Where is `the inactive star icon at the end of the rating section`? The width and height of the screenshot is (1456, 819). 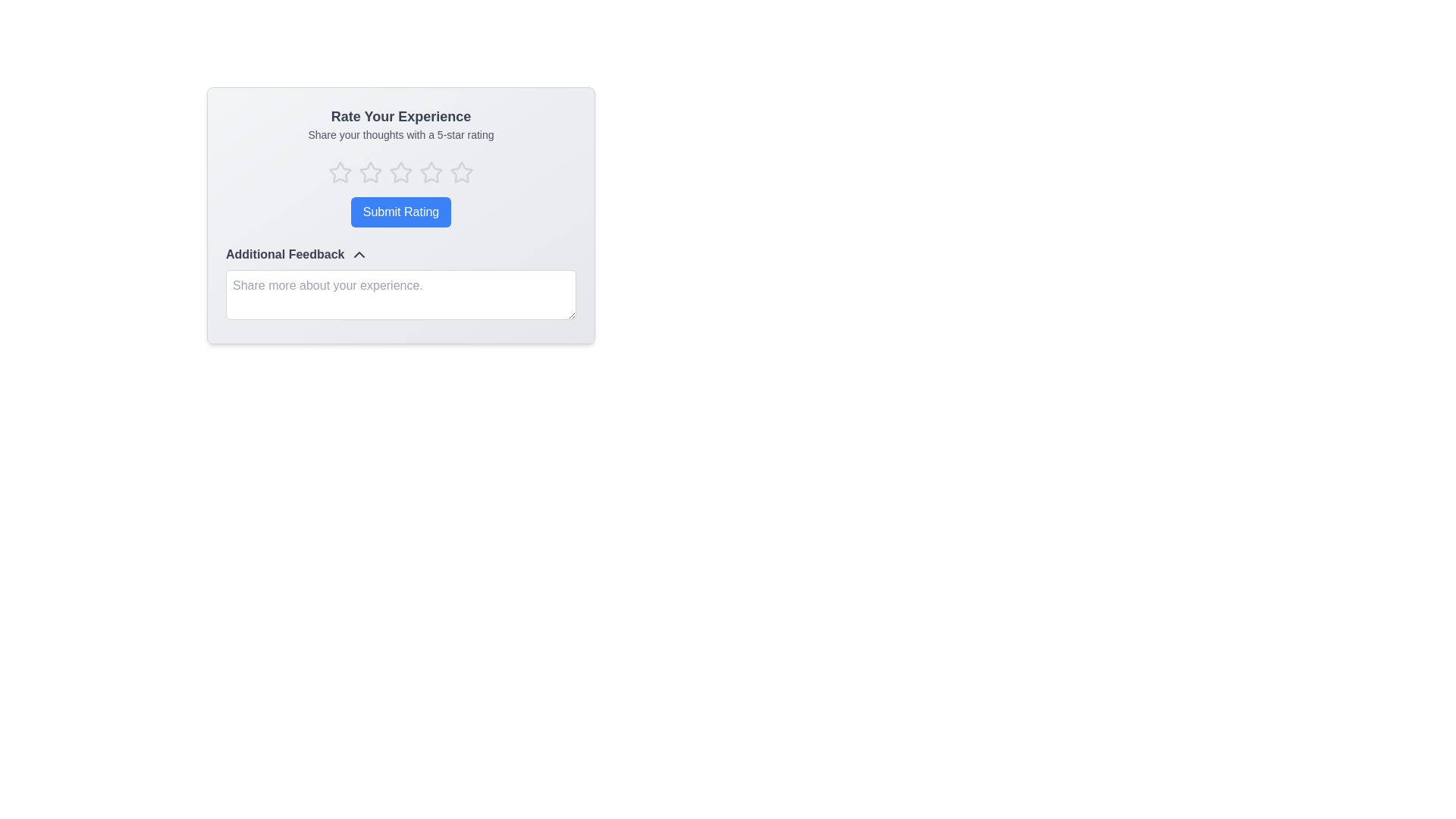 the inactive star icon at the end of the rating section is located at coordinates (461, 171).